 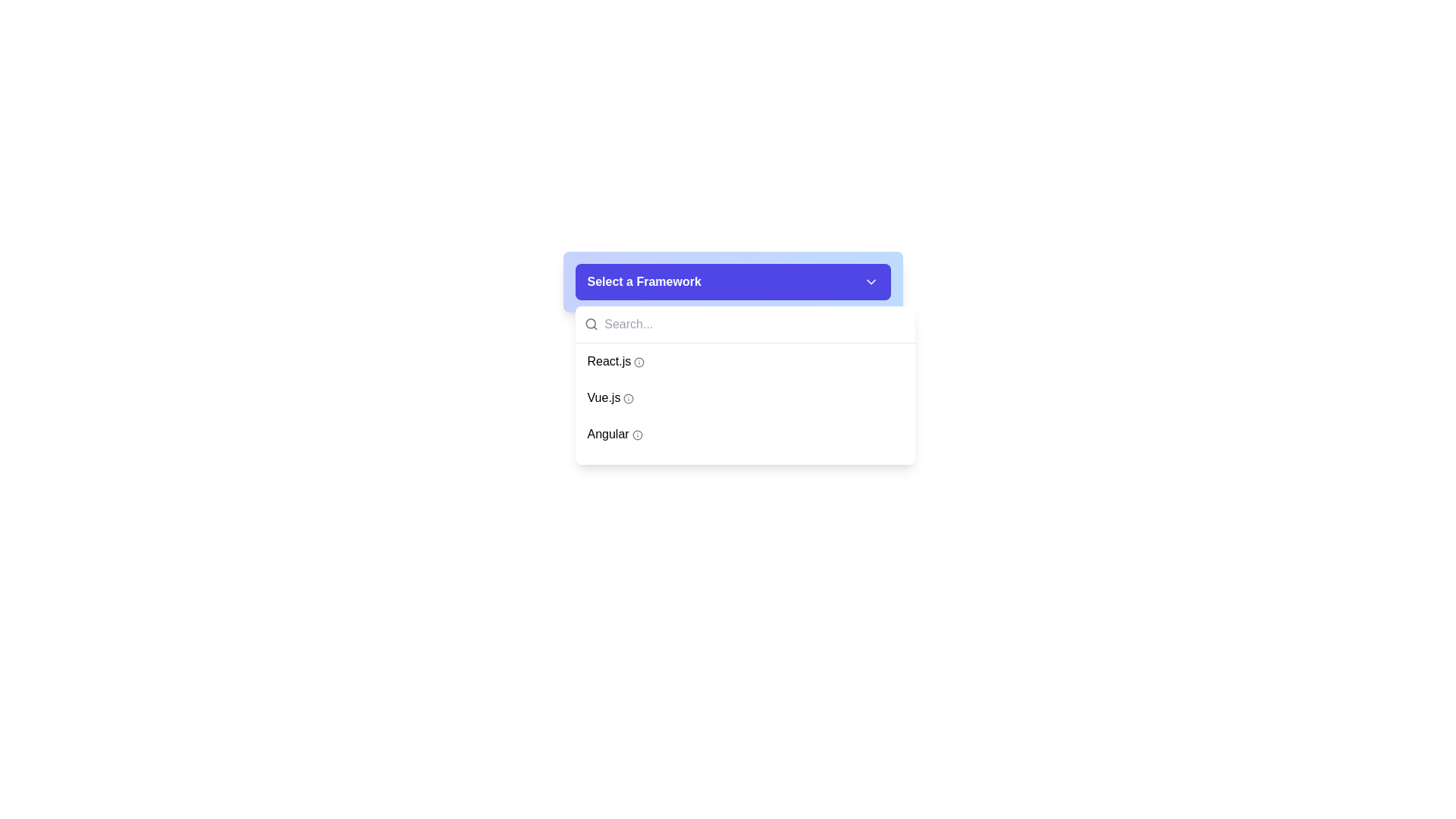 I want to click on the first item, so click(x=745, y=362).